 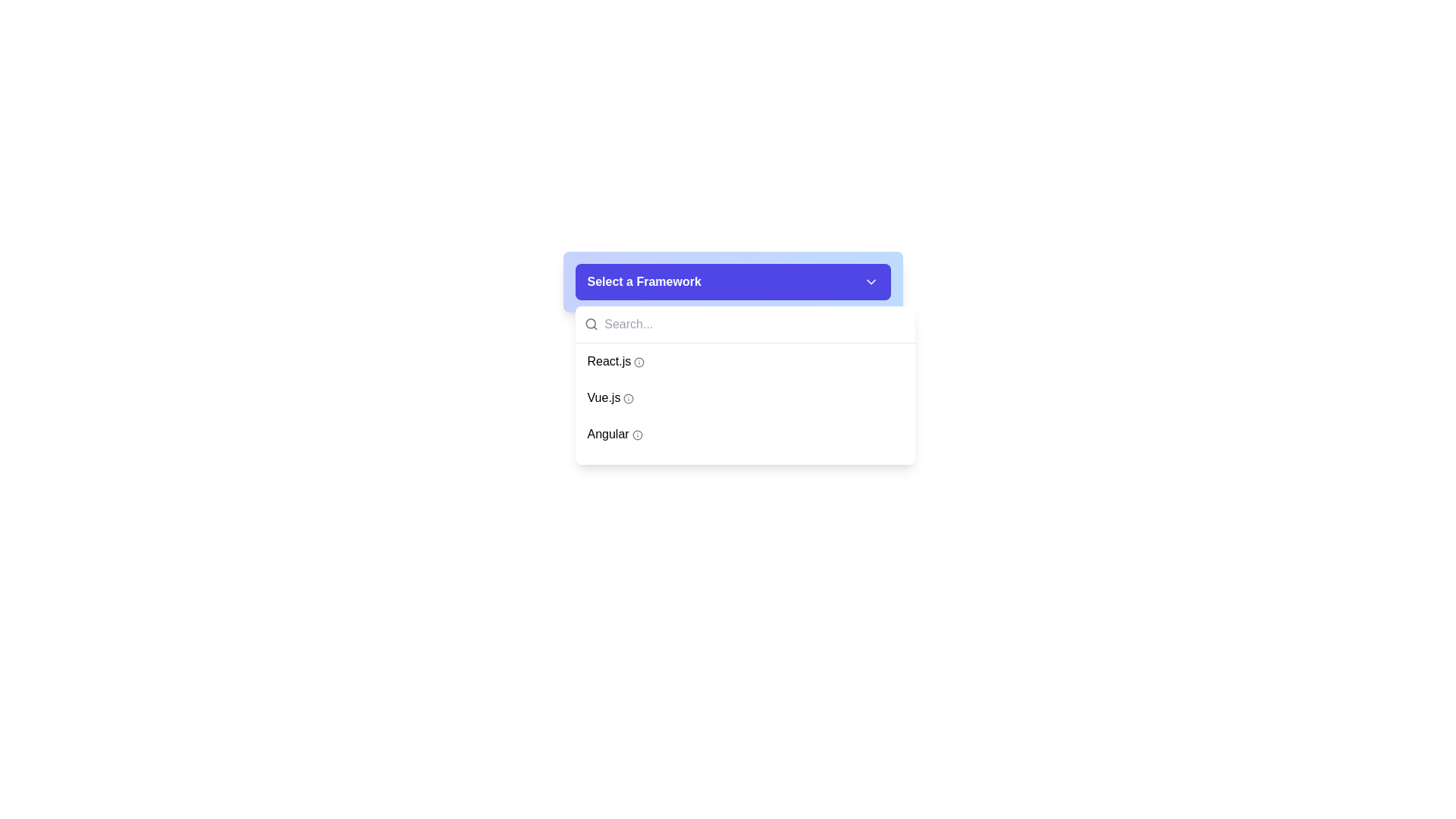 I want to click on the first item, so click(x=745, y=362).